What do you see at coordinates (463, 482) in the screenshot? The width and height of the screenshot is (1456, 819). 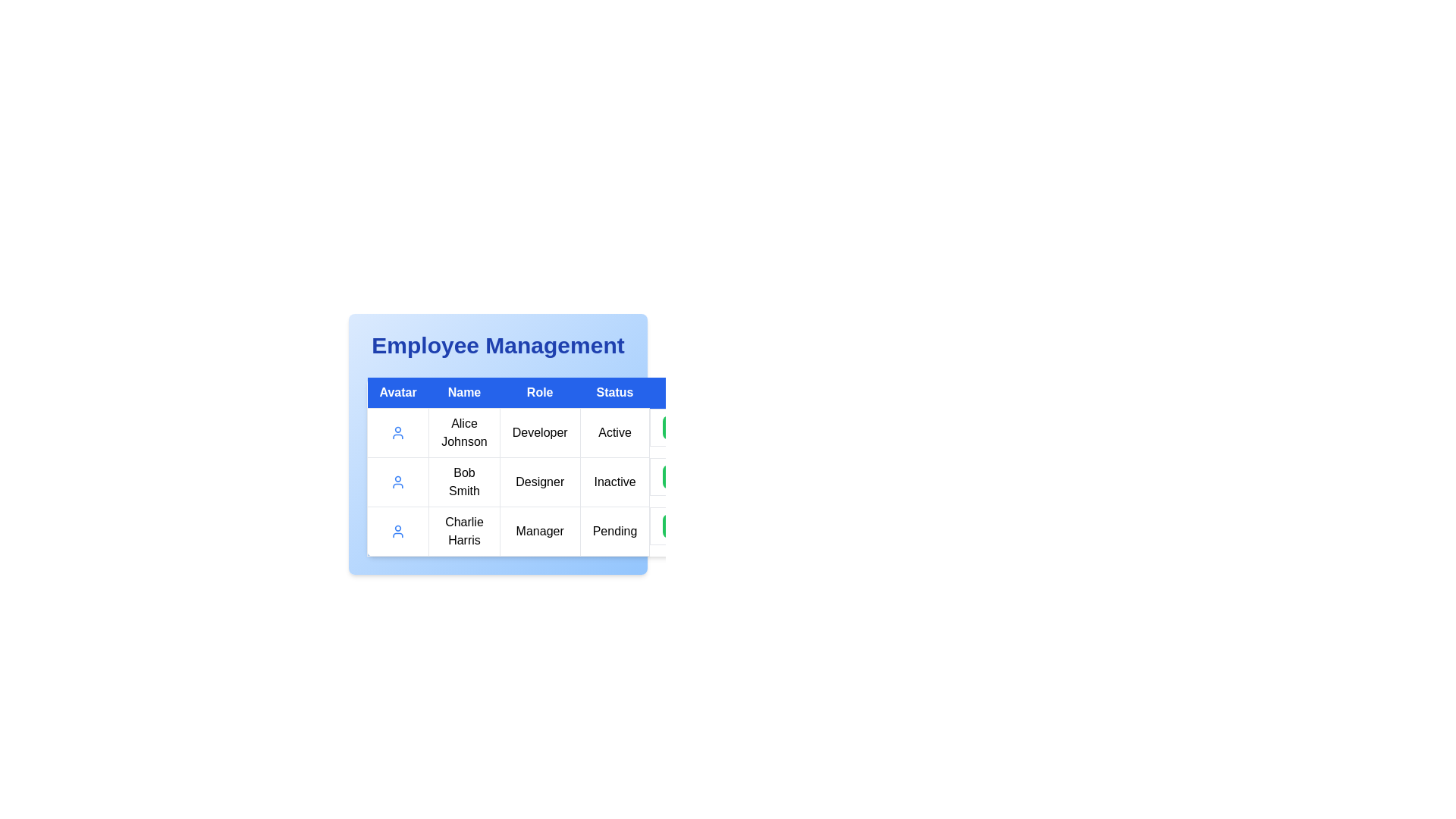 I see `the text label displaying 'Bob Smith'` at bounding box center [463, 482].